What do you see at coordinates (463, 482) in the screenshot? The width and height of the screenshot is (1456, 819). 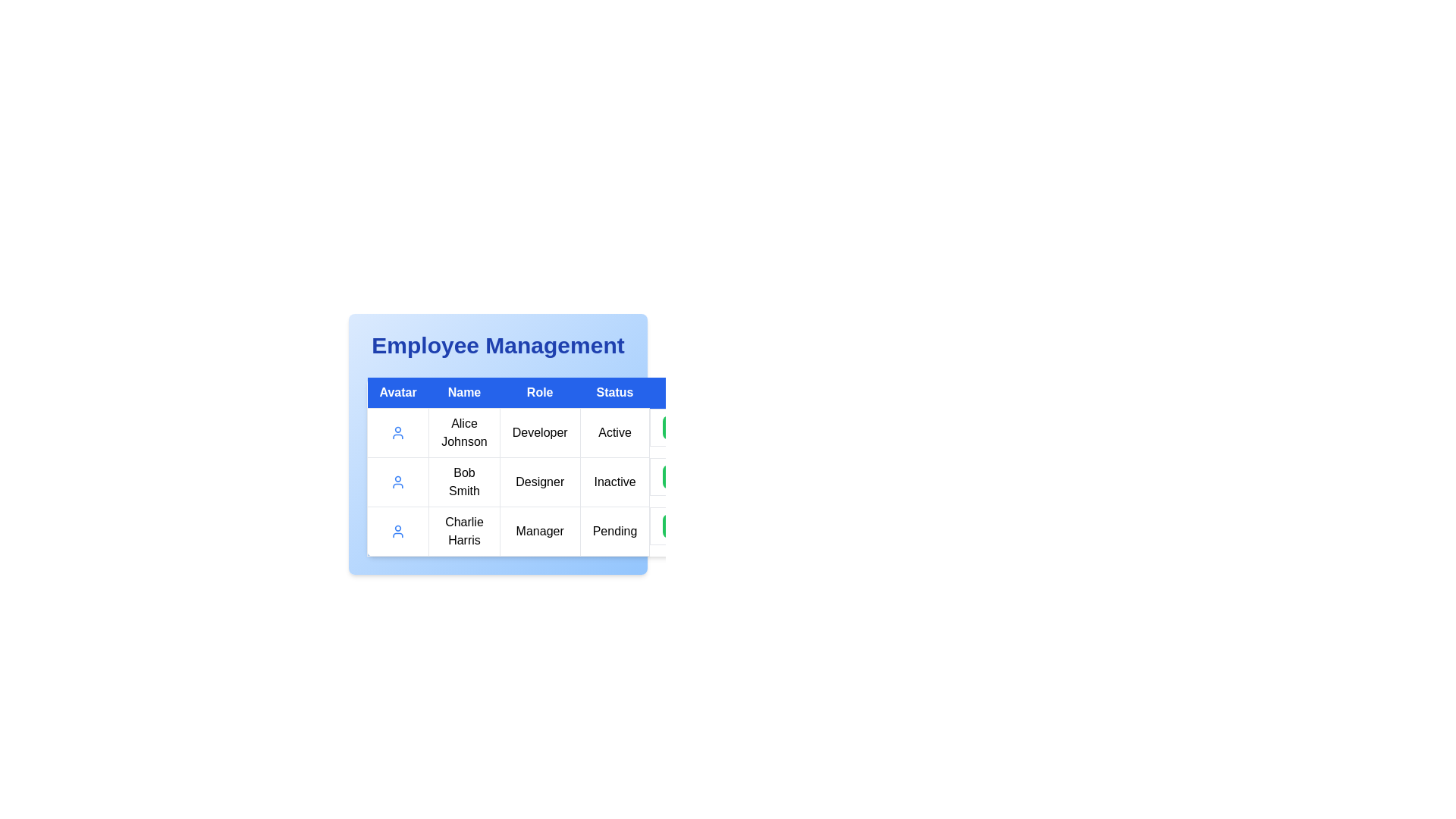 I see `the text label displaying 'Bob Smith'` at bounding box center [463, 482].